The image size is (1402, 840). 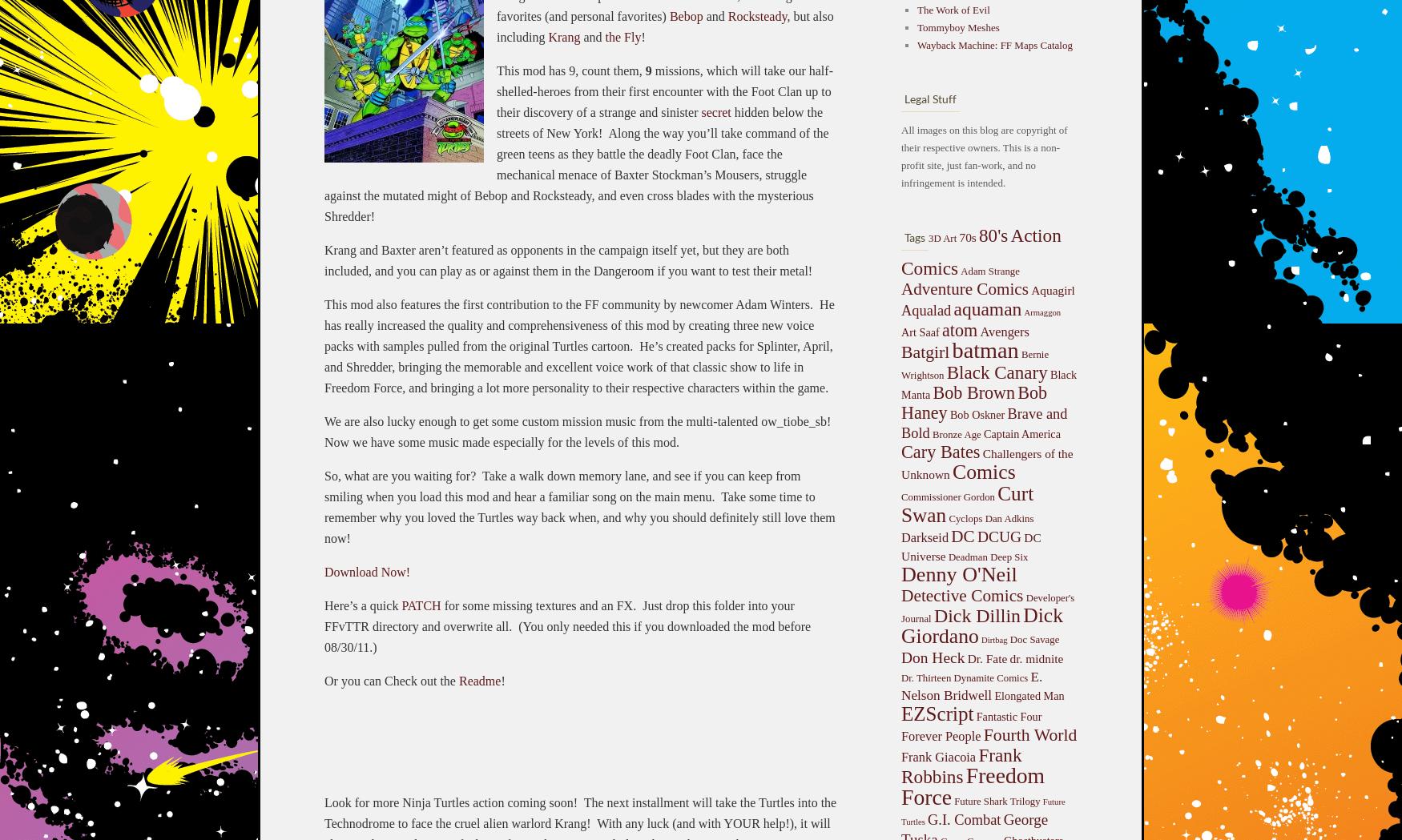 What do you see at coordinates (1008, 557) in the screenshot?
I see `'Deep Six'` at bounding box center [1008, 557].